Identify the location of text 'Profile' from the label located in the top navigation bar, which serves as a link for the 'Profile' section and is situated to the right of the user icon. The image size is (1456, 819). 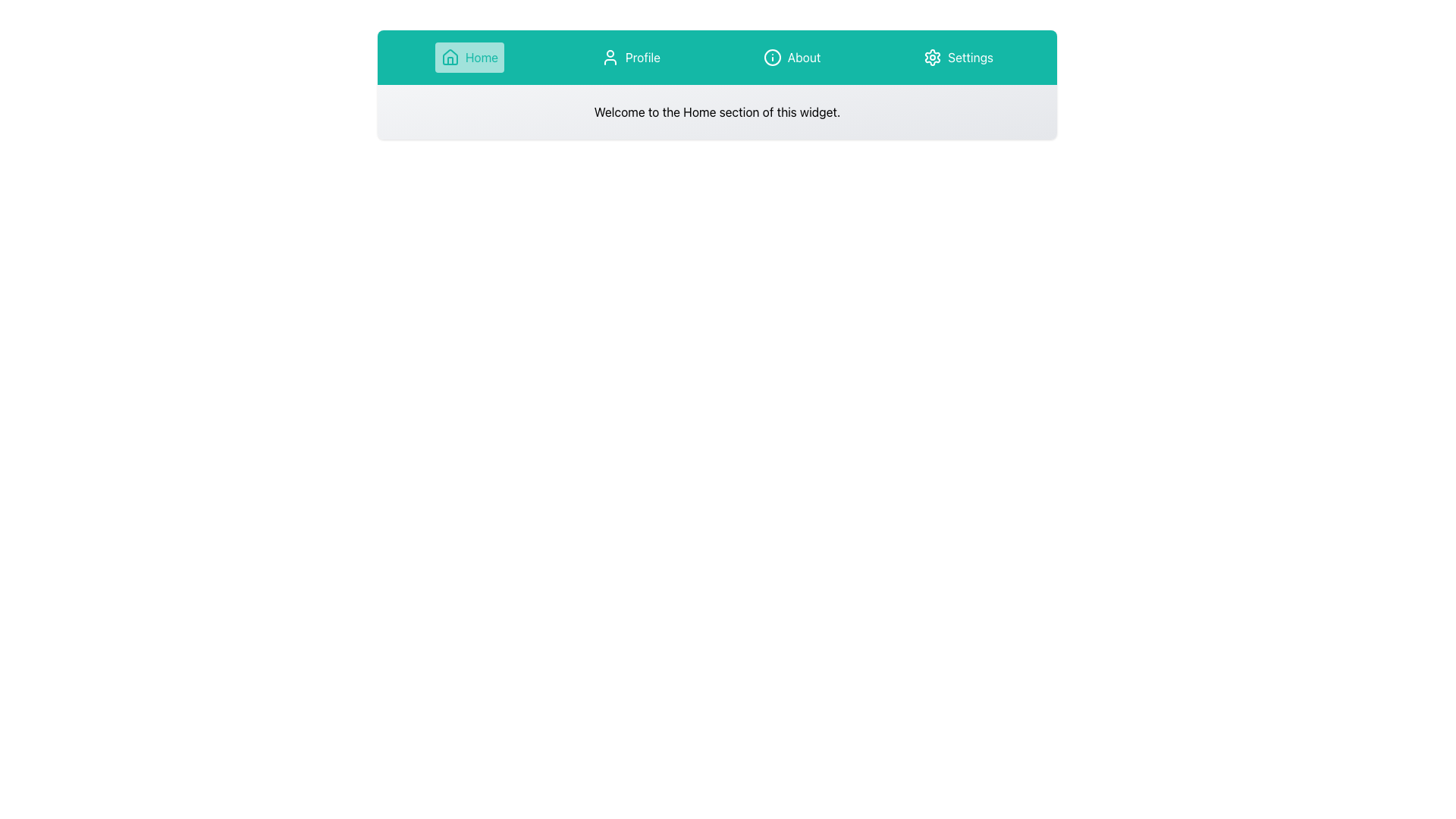
(642, 57).